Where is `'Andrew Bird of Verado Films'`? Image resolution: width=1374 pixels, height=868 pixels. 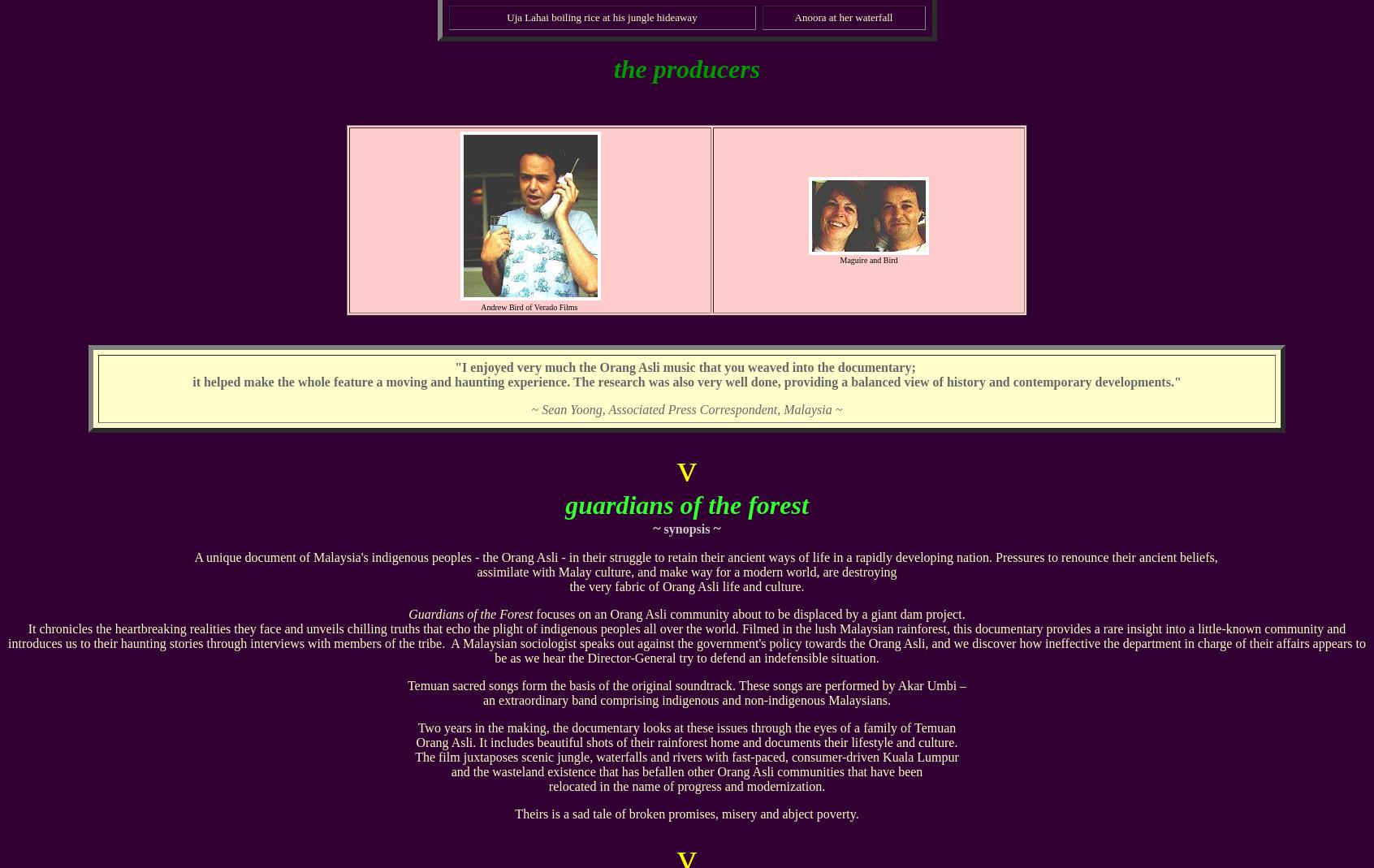
'Andrew Bird of Verado Films' is located at coordinates (529, 307).